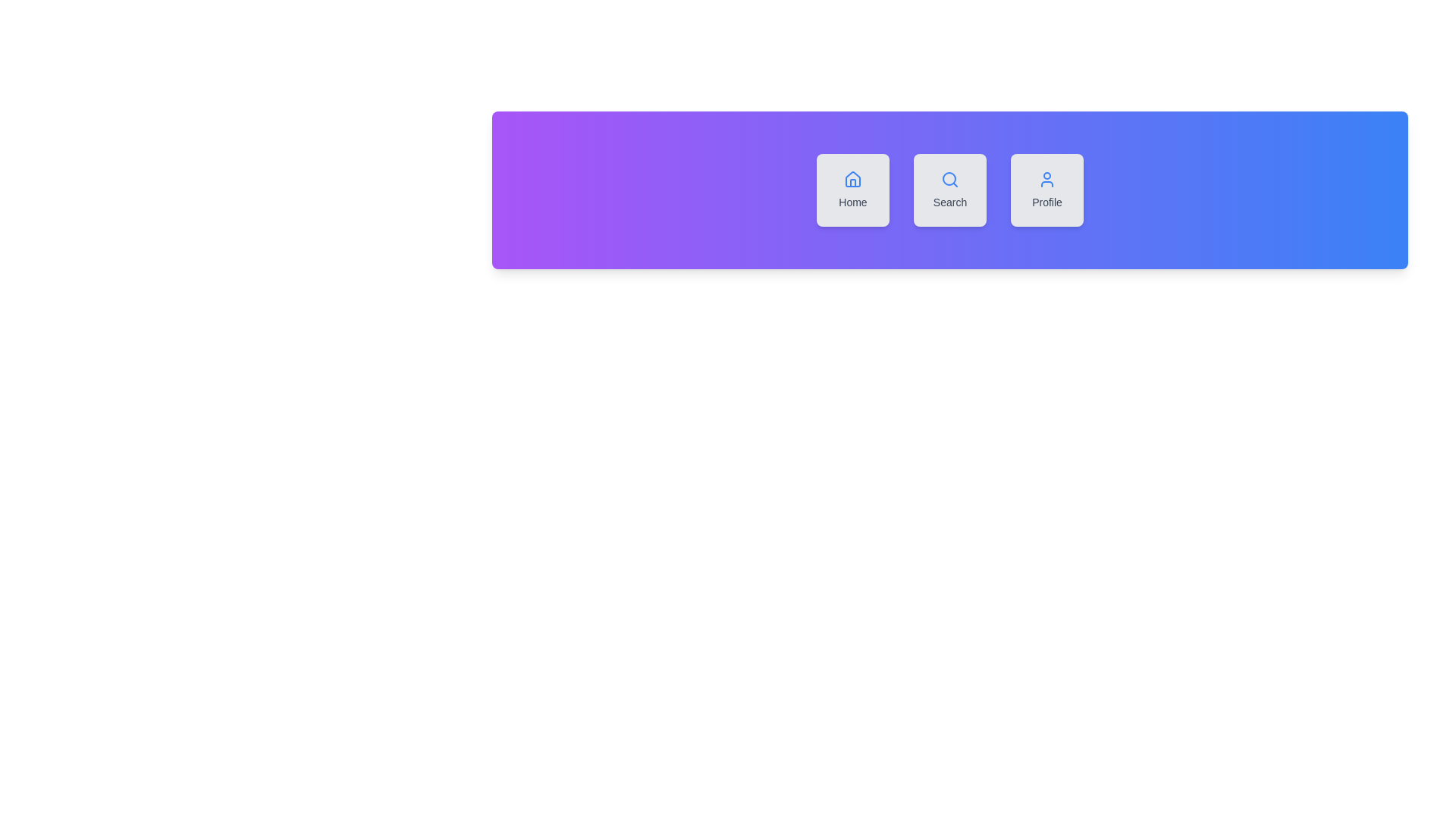 The width and height of the screenshot is (1456, 819). What do you see at coordinates (949, 189) in the screenshot?
I see `the 'Search' button, which is a square button with a light gray background and a magnifying glass icon` at bounding box center [949, 189].